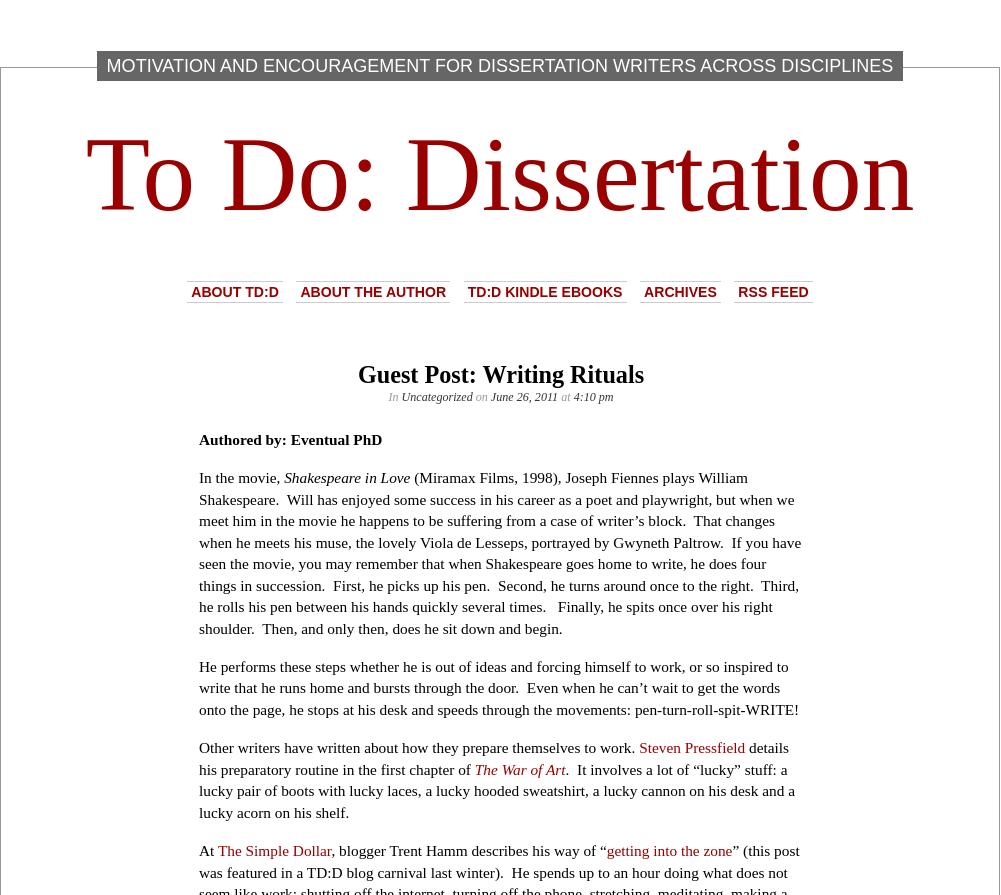 The height and width of the screenshot is (895, 1001). I want to click on 'Motivation and Encouragement for Dissertation Writers Across Disciplines', so click(105, 65).